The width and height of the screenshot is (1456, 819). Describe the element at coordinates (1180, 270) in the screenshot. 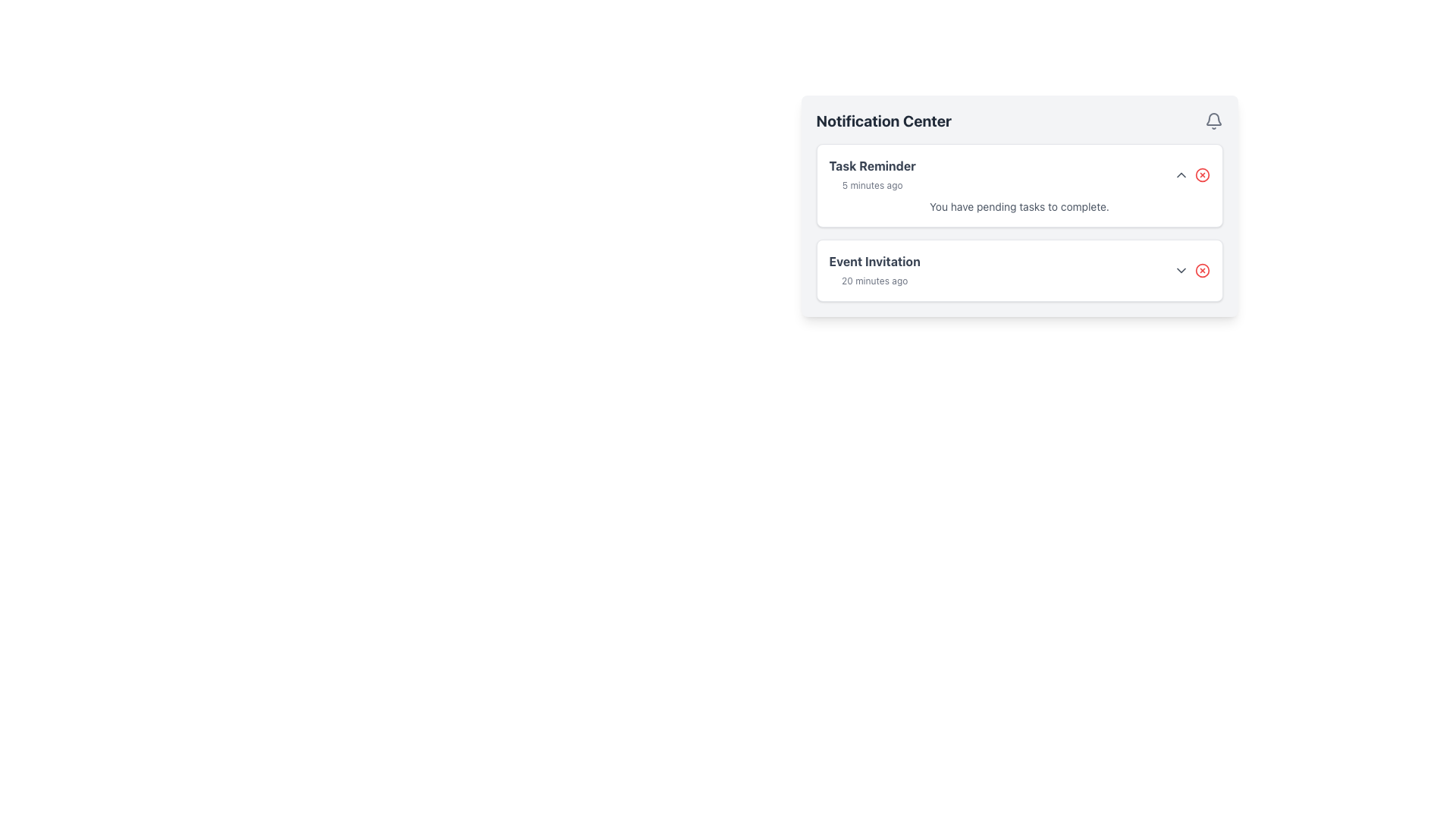

I see `the downward arrow icon button located to the right of the 'Event Invitation' text` at that location.